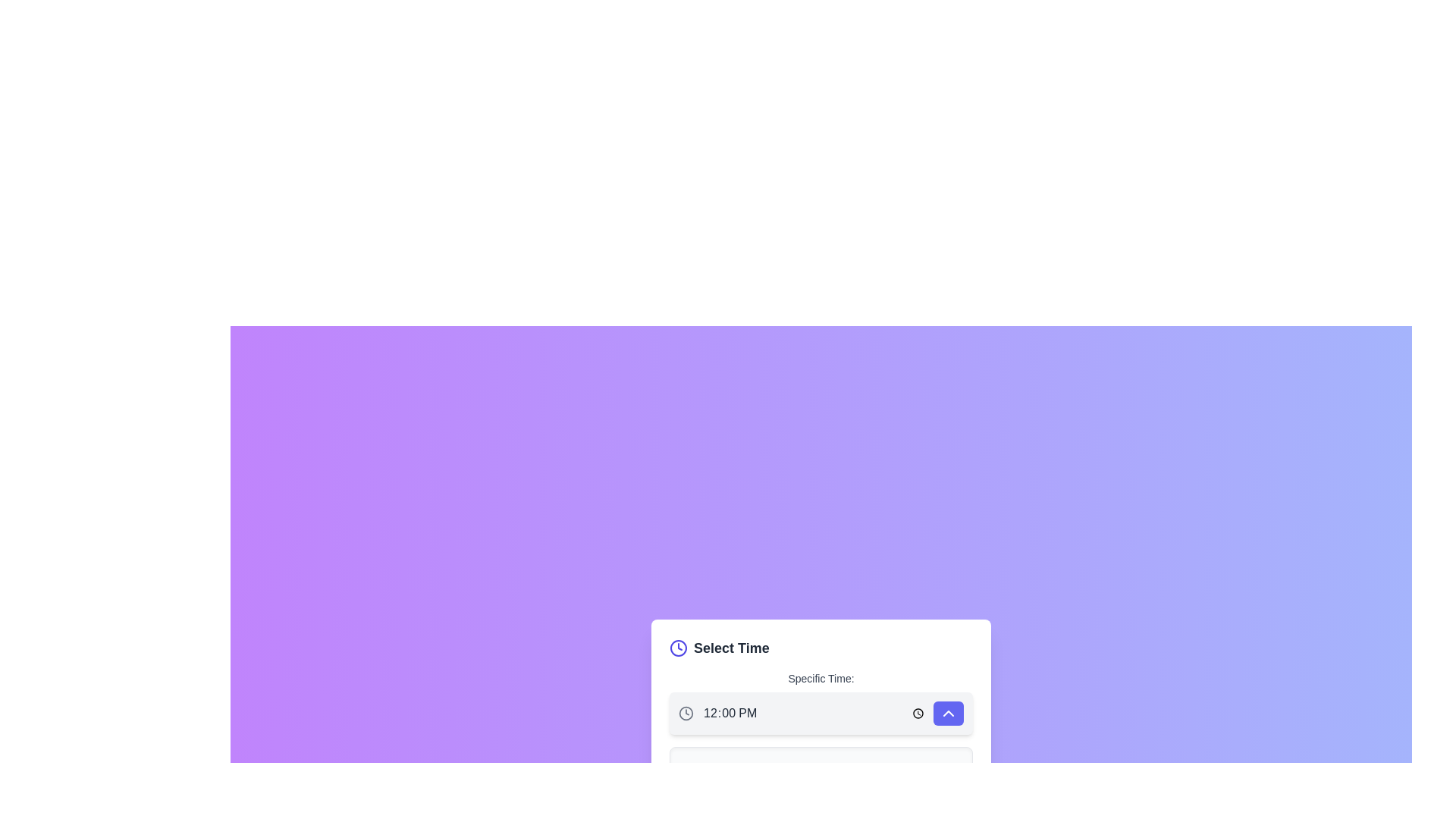 This screenshot has height=819, width=1456. Describe the element at coordinates (948, 714) in the screenshot. I see `the increment button located to the right of the time input field displaying '12:00 PM' to increase the time value` at that location.